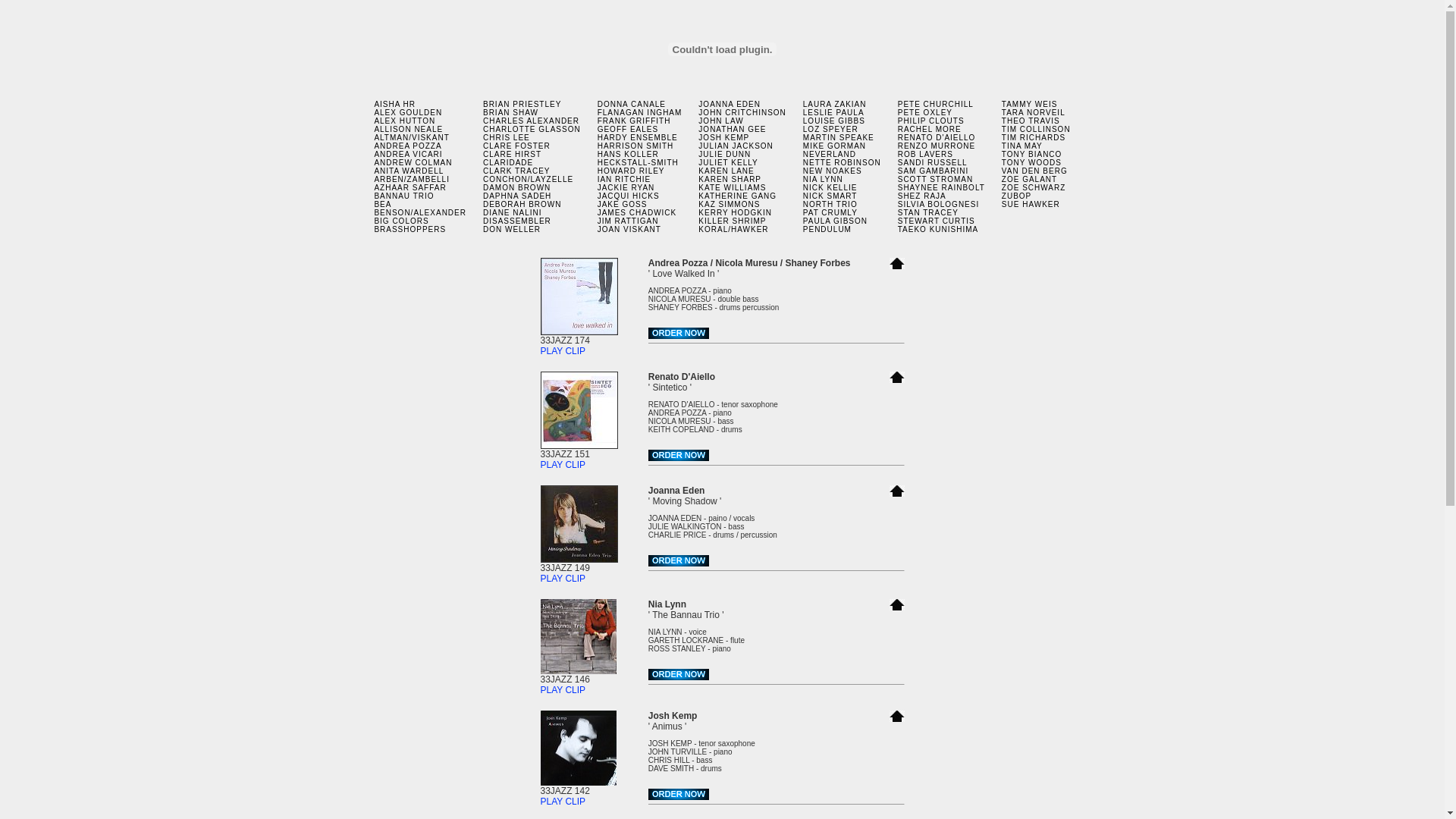 This screenshot has height=819, width=1456. Describe the element at coordinates (596, 178) in the screenshot. I see `'IAN RITCHIE'` at that location.